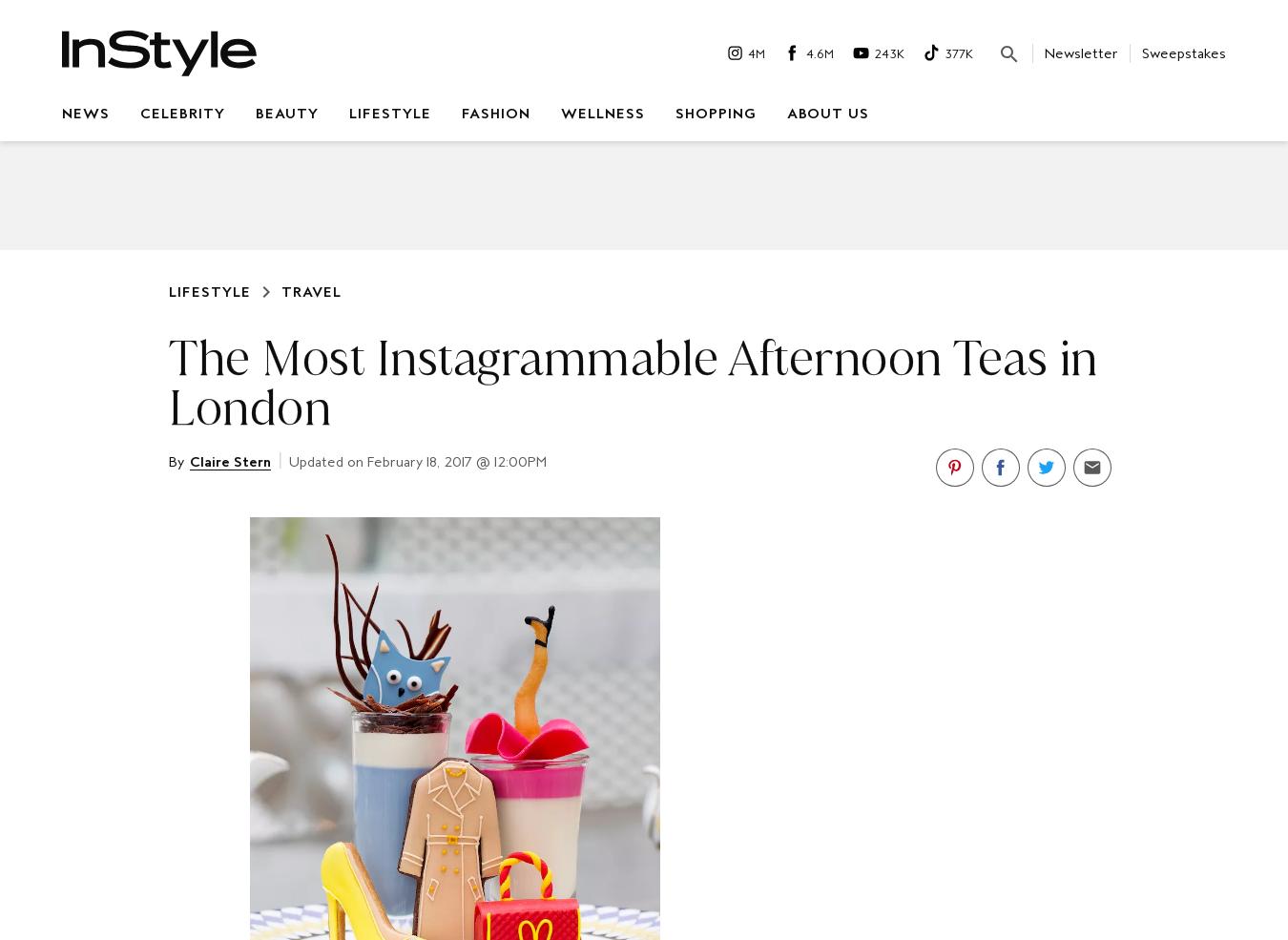  I want to click on 'Shopping', so click(715, 113).